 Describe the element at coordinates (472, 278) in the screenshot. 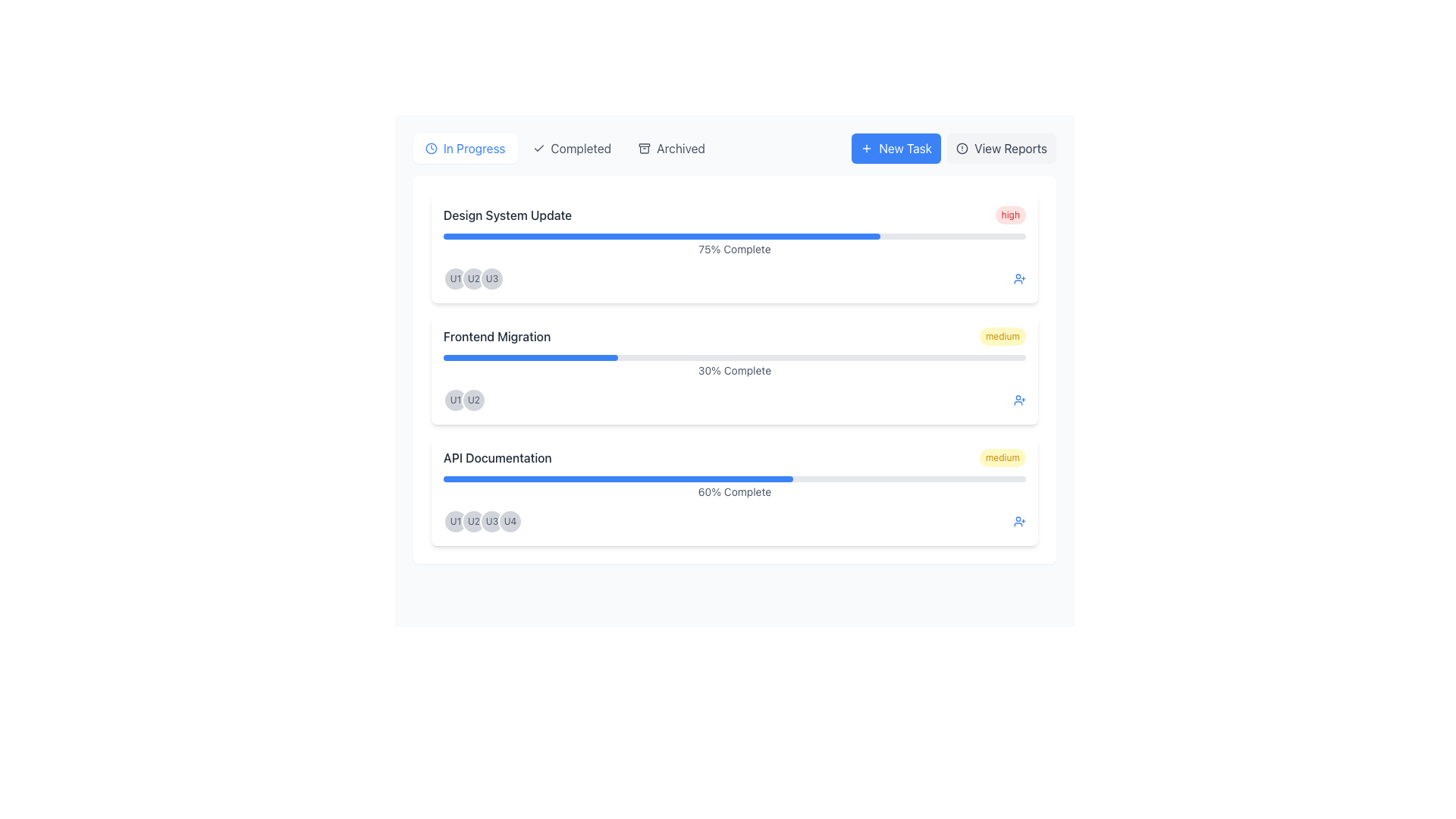

I see `the individual avatars in the Avatar cluster under the 'Design System Update' section` at that location.